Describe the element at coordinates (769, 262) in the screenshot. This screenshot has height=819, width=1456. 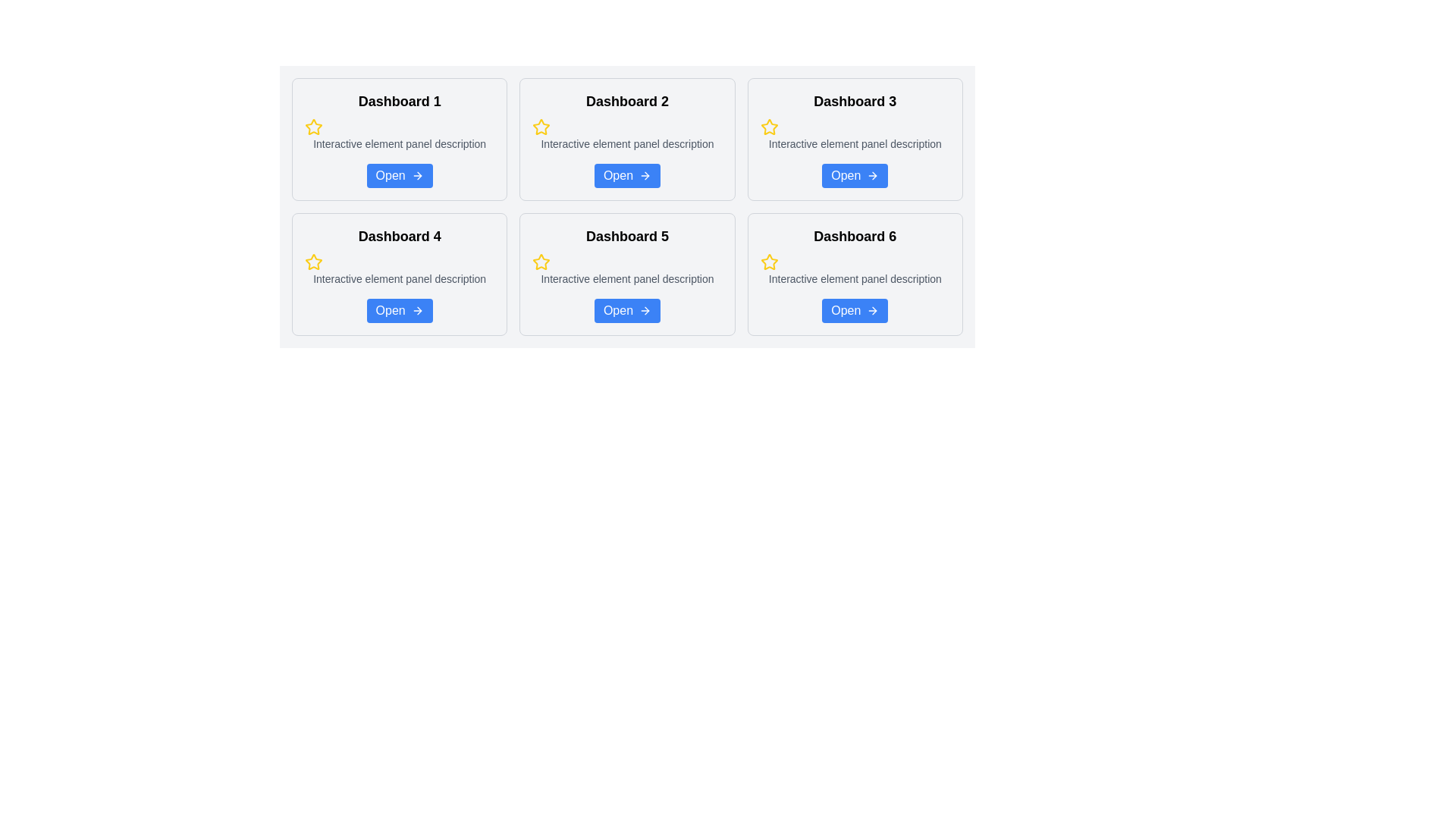
I see `the star icon representing the rating or favorite feature located in the 'Dashboard 6' panel, positioned to the left of the text 'Interactive element panel description'` at that location.